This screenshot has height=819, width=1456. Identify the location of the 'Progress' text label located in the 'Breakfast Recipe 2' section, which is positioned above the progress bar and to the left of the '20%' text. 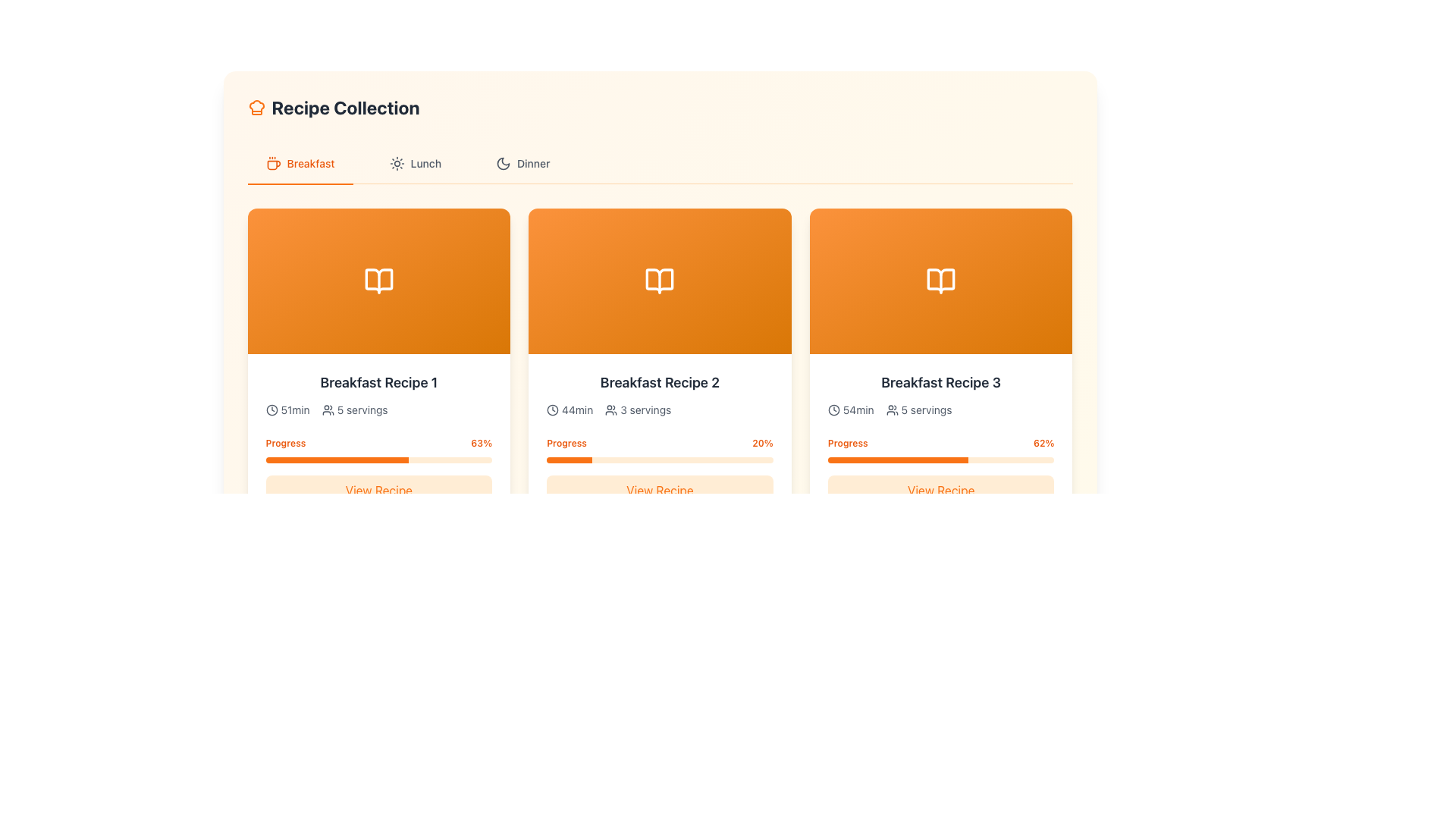
(566, 441).